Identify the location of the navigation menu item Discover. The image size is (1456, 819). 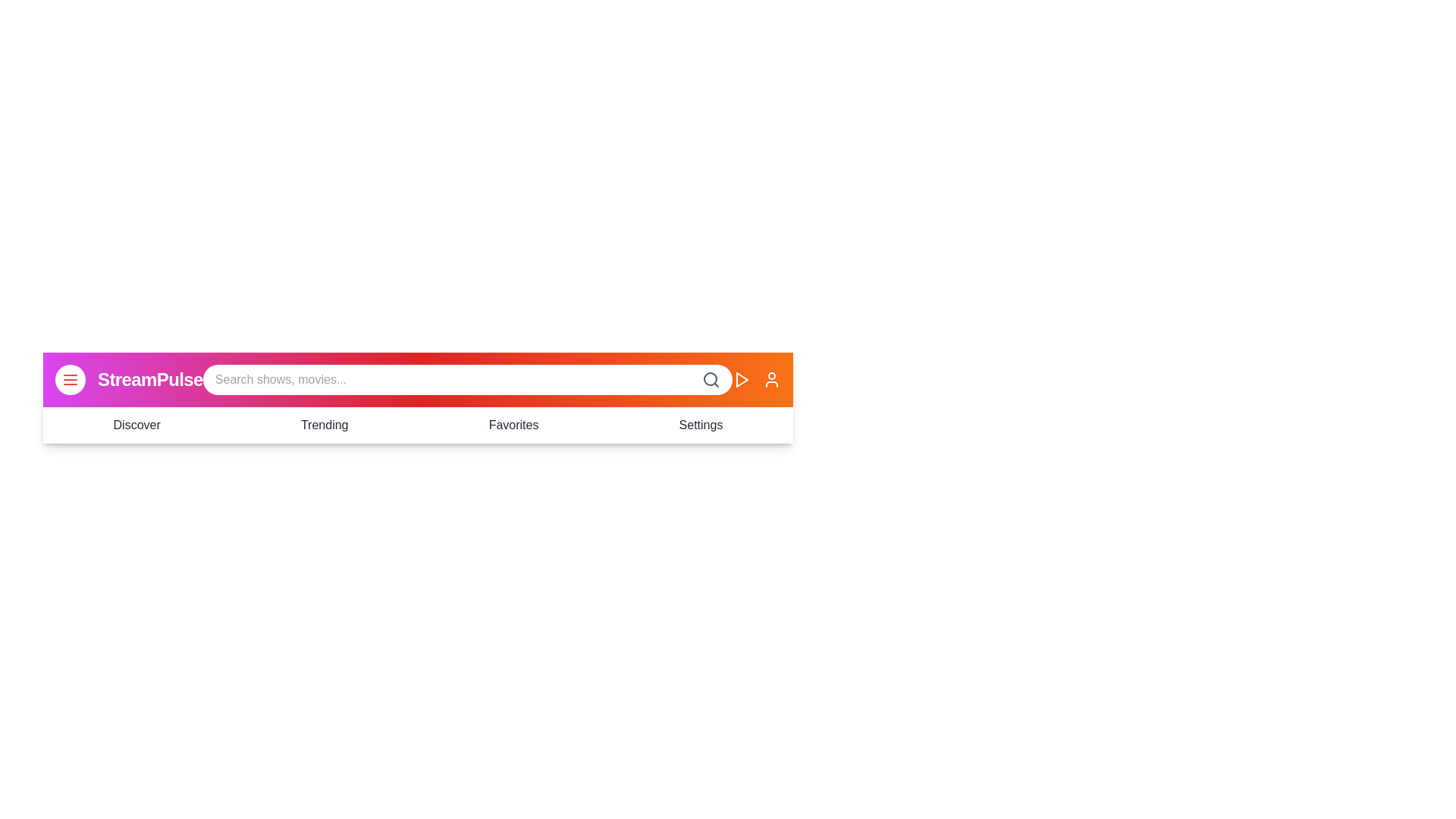
(136, 425).